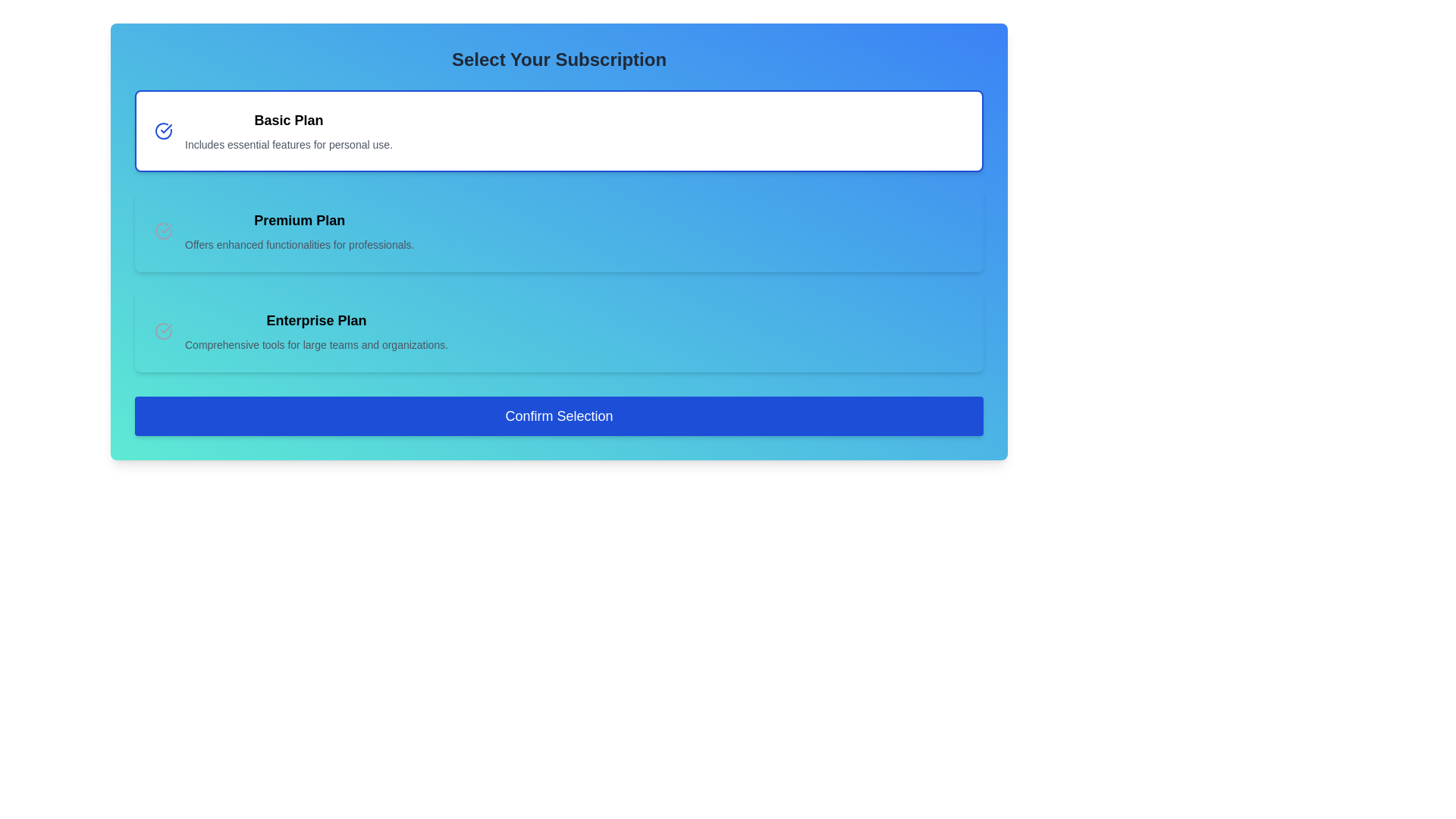 The image size is (1456, 819). I want to click on the check mark indicator that indicates the selection status of the 'Enterprise Plan' option, located to the left of the main text content, so click(164, 330).